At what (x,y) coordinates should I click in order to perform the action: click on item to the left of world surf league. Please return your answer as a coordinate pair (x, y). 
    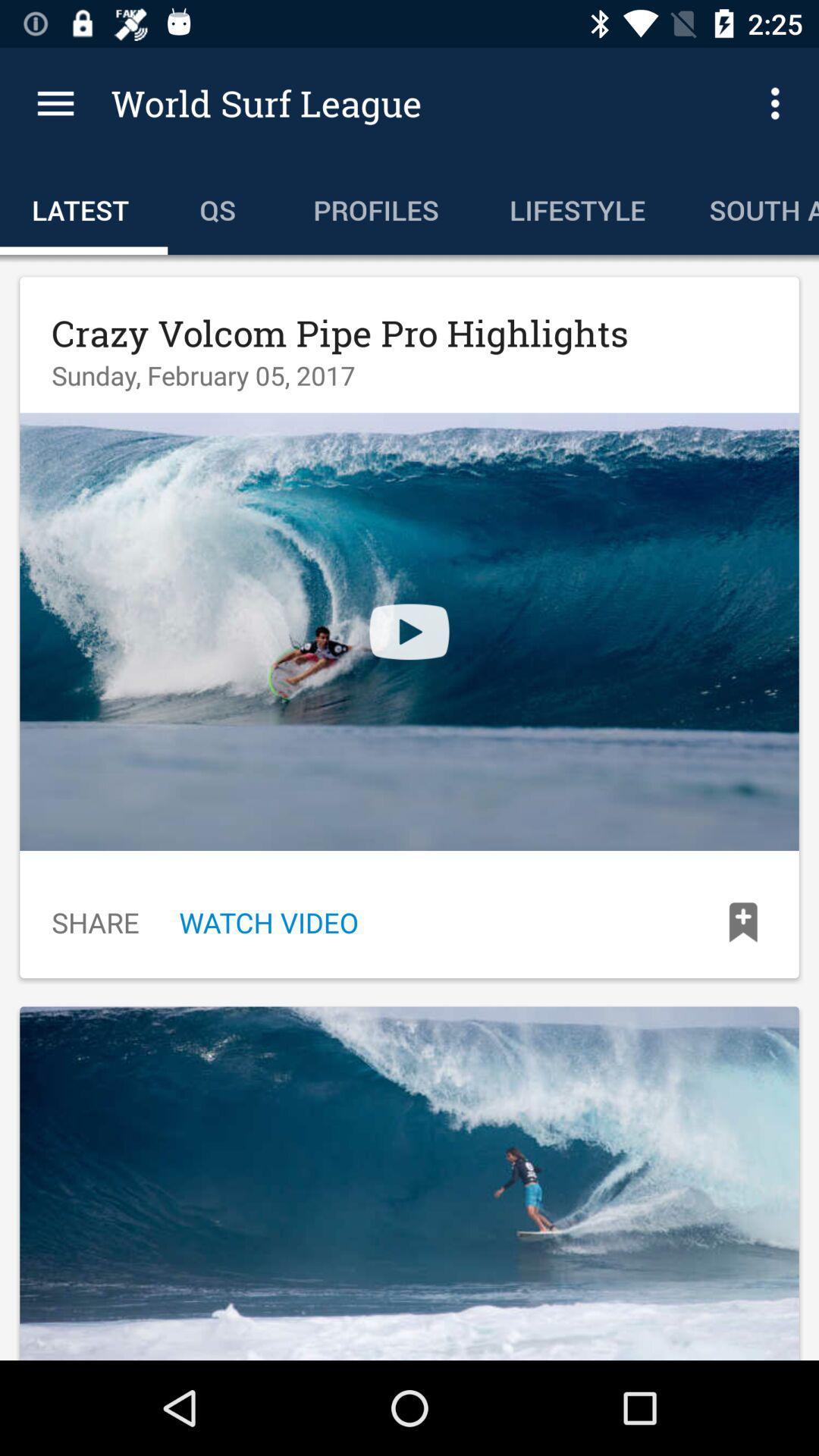
    Looking at the image, I should click on (55, 102).